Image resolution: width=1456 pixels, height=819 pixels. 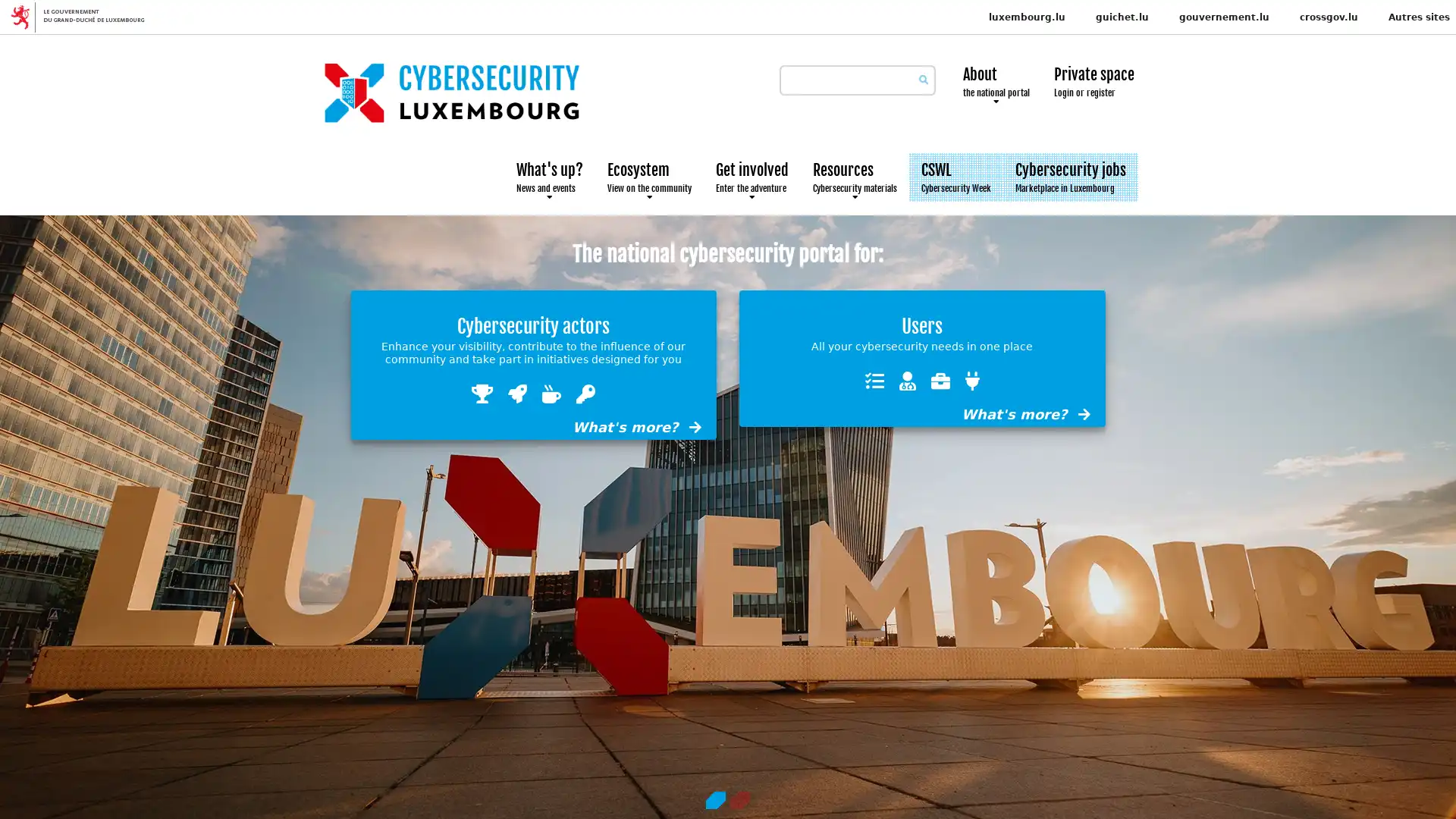 What do you see at coordinates (1069, 177) in the screenshot?
I see `Cybersecurity jobs Marketplace in Luxembourg` at bounding box center [1069, 177].